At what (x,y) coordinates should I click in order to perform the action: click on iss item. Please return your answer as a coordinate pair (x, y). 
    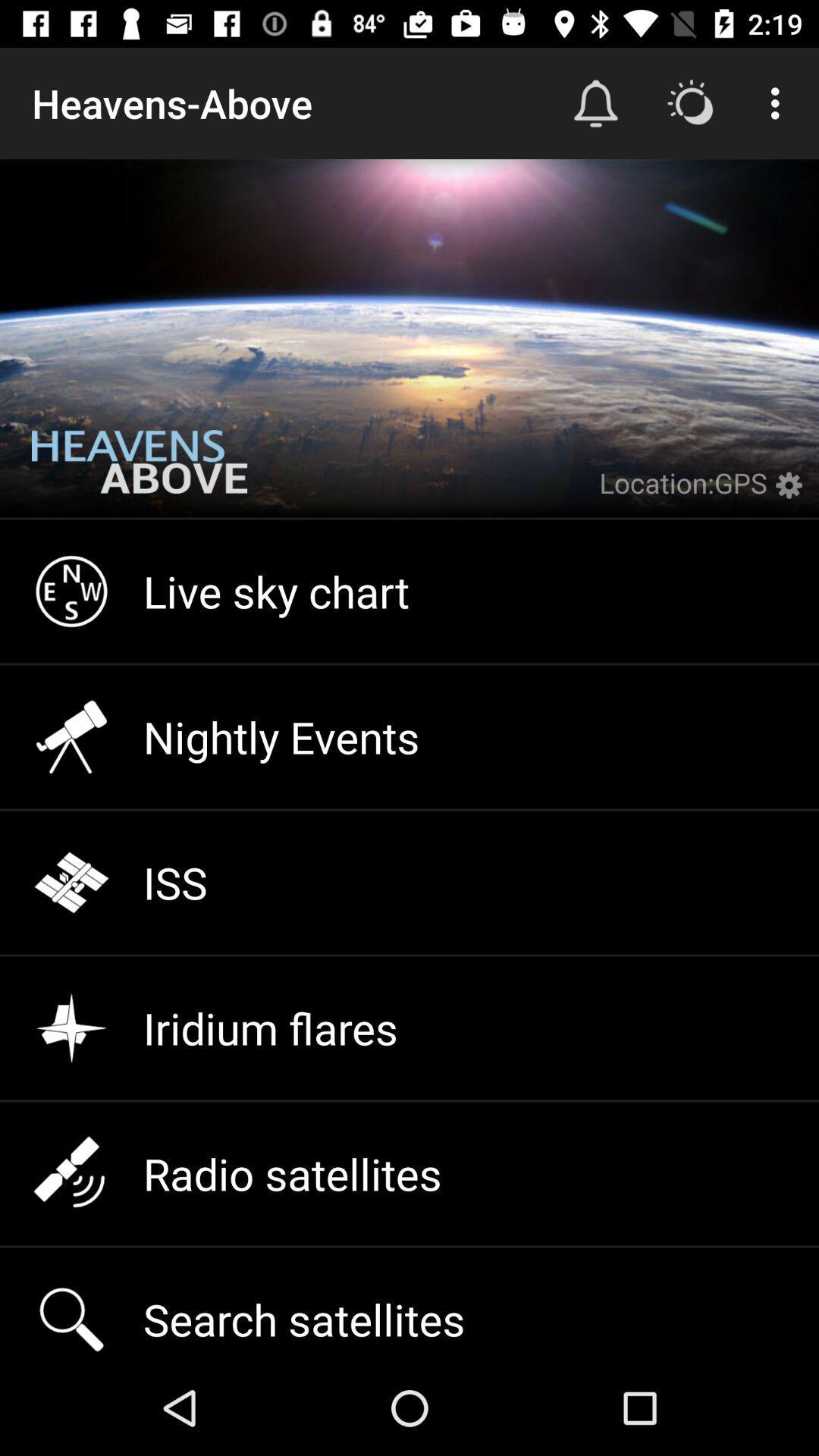
    Looking at the image, I should click on (409, 883).